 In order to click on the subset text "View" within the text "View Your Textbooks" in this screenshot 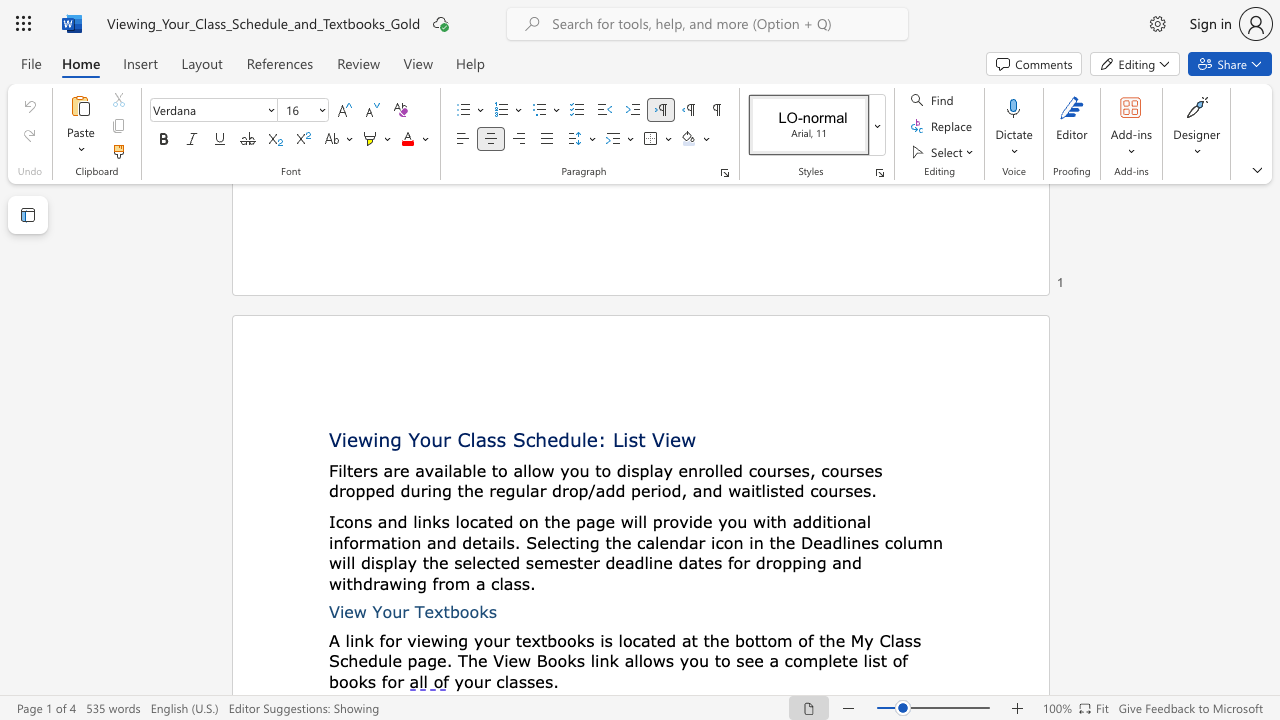, I will do `click(328, 611)`.